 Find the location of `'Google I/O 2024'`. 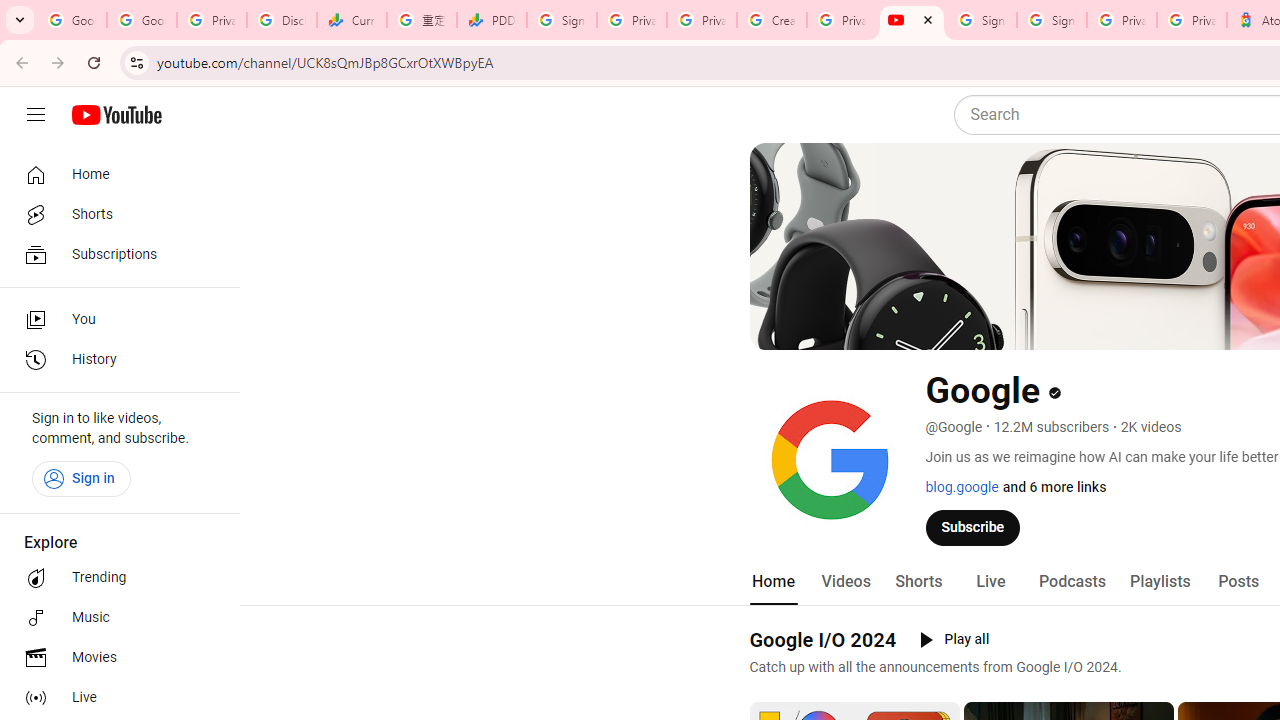

'Google I/O 2024' is located at coordinates (823, 639).